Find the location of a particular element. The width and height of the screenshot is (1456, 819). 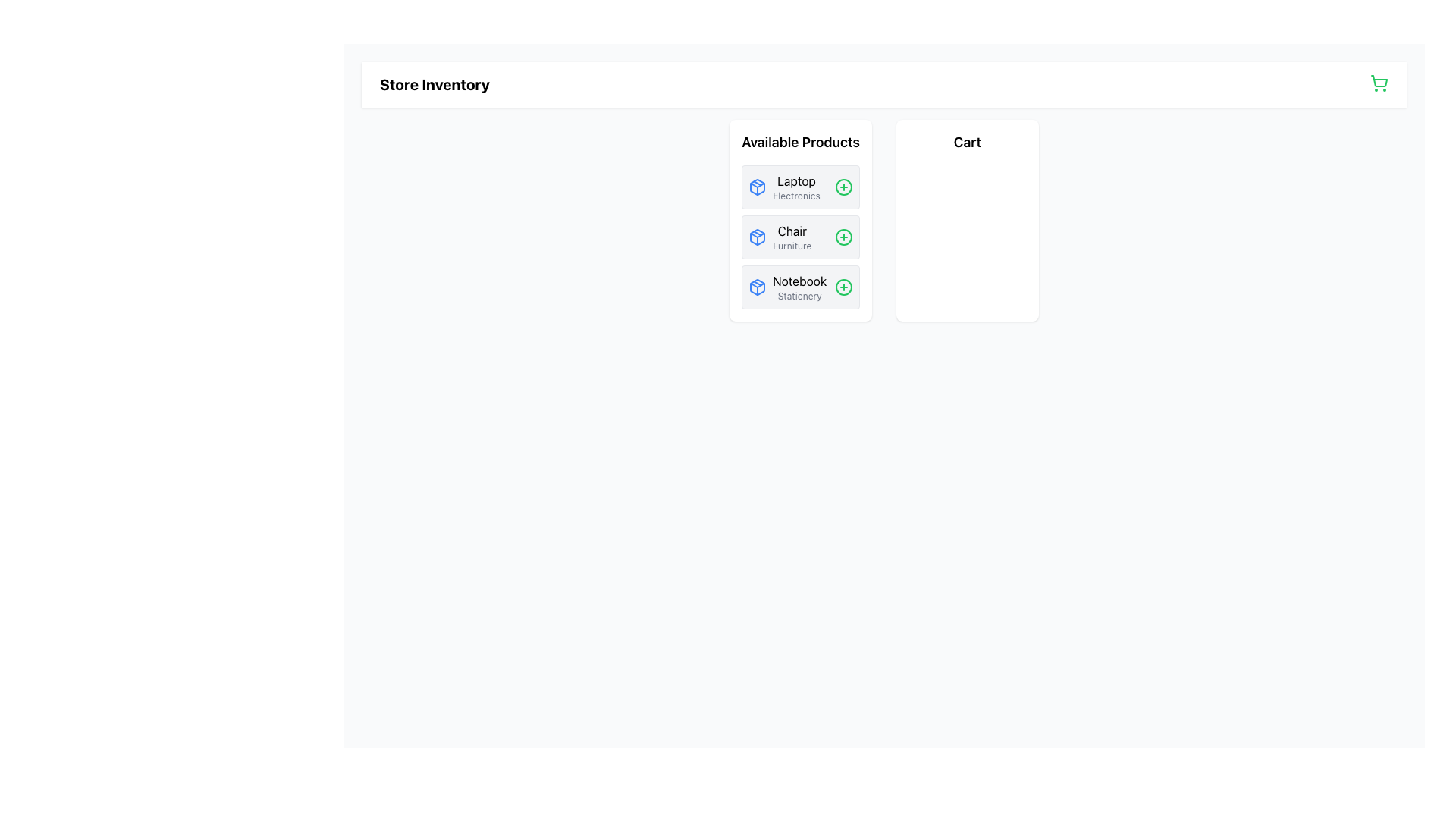

the blue package icon located to the left of 'Laptop Electronics' in the 'Available Products' section is located at coordinates (758, 186).